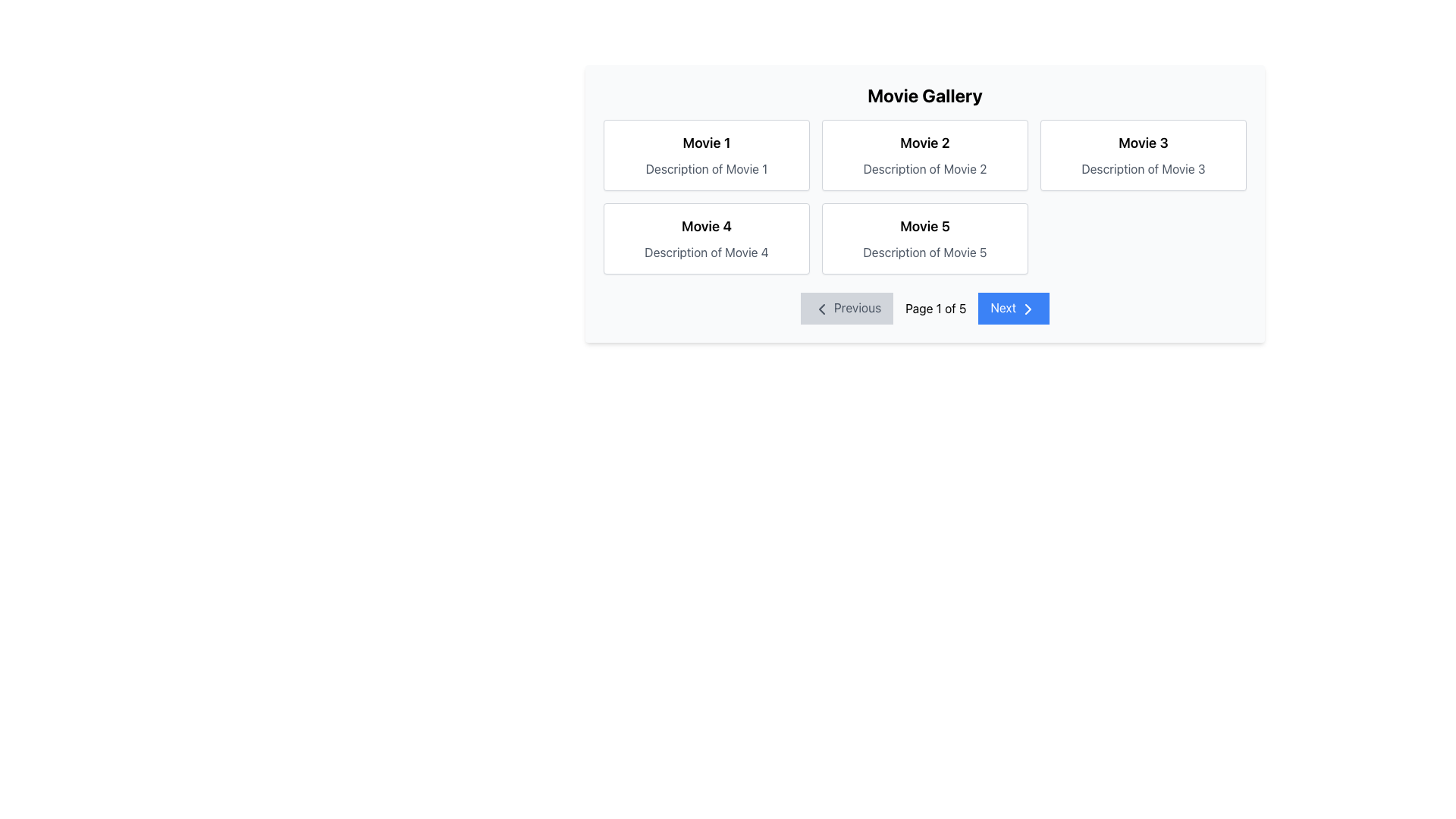  Describe the element at coordinates (935, 307) in the screenshot. I see `the Text Display element that indicates the current page number in the pagination, located between the 'Previous' and 'Next' buttons in the bottom navigation bar` at that location.